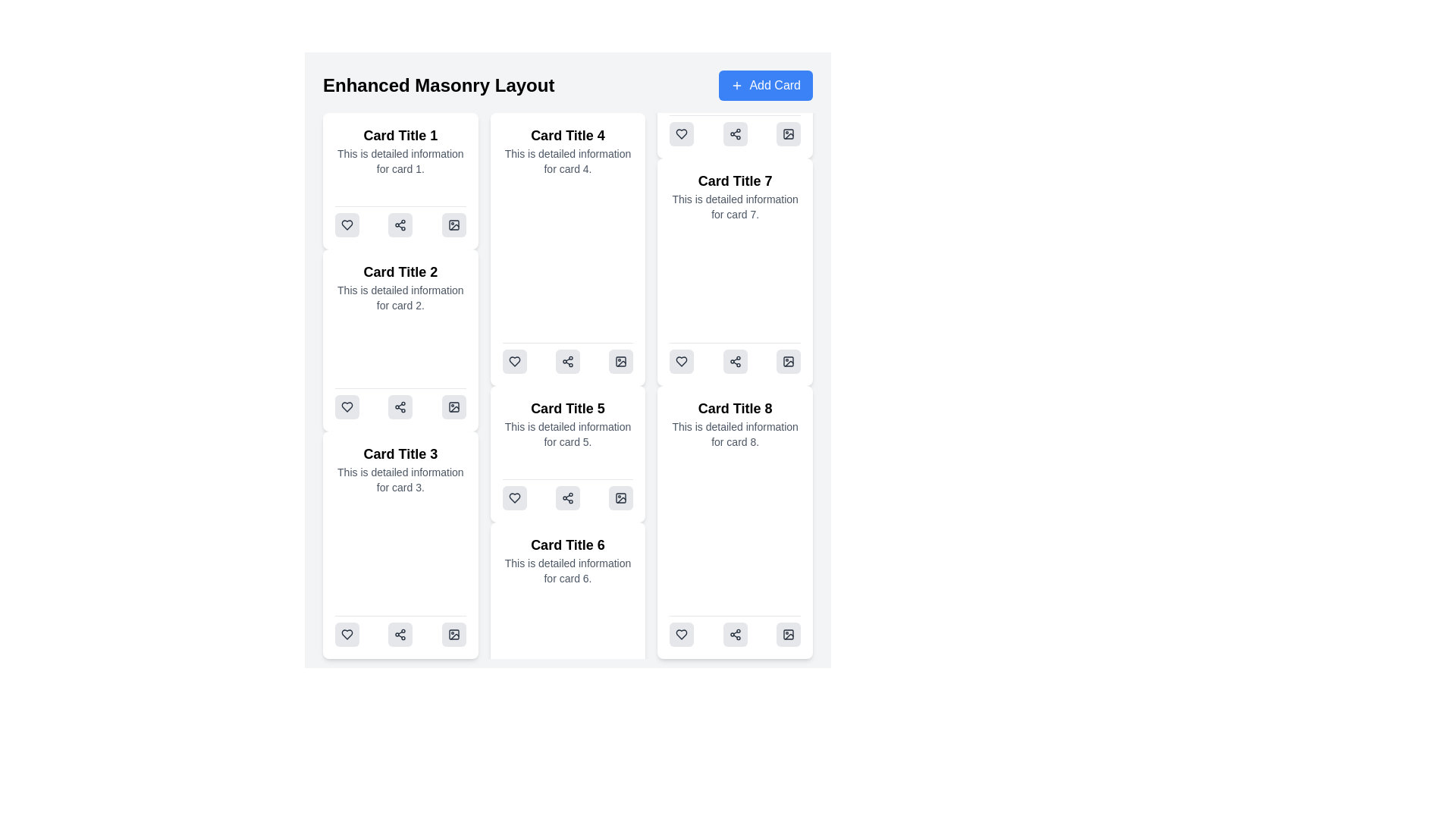  Describe the element at coordinates (400, 403) in the screenshot. I see `the icon depicting a connection or sharing activity, which is the second item among three action buttons at the bottom of 'Card Title 2'` at that location.